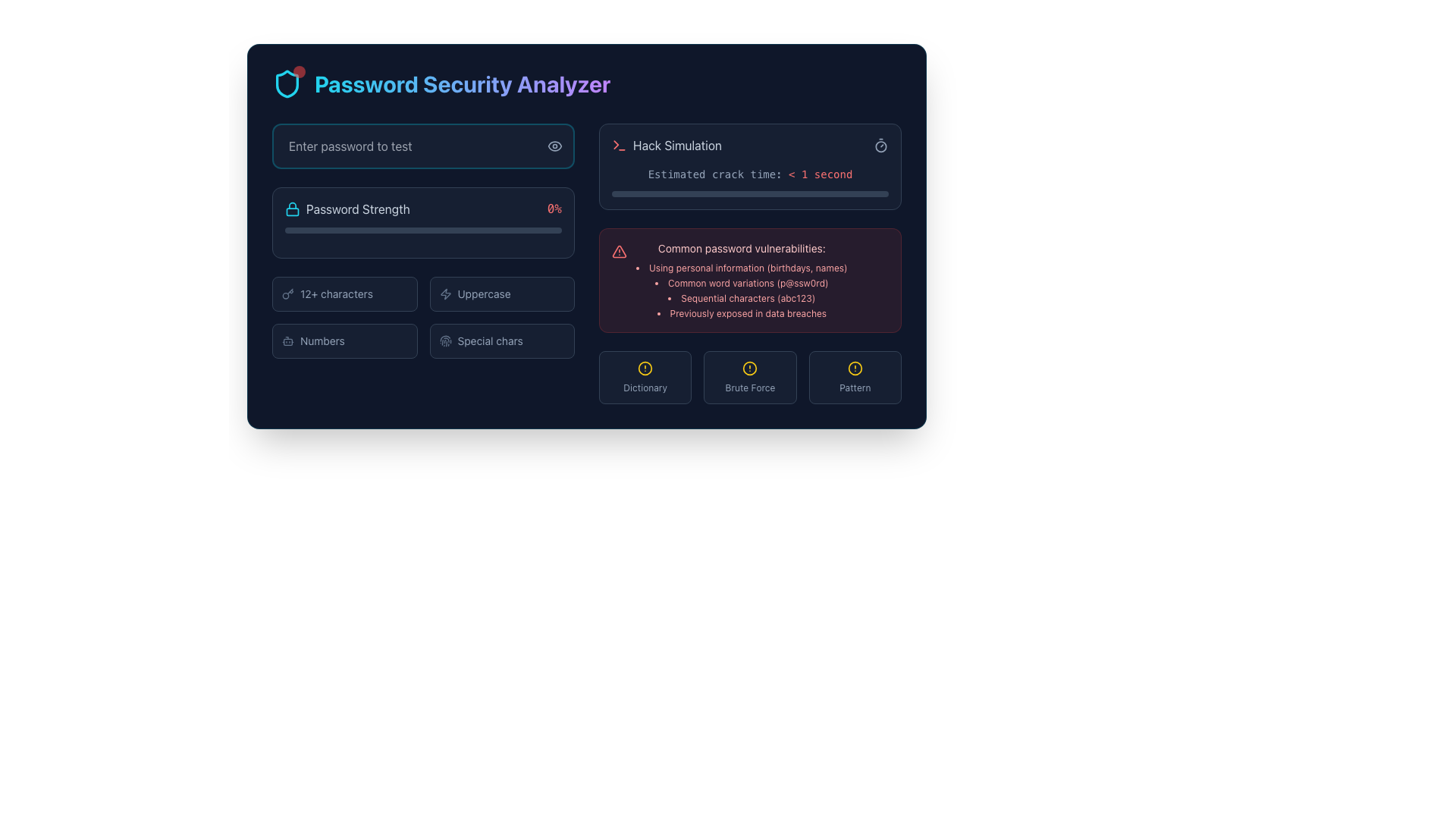 The height and width of the screenshot is (819, 1456). Describe the element at coordinates (855, 388) in the screenshot. I see `the text label displaying 'Pattern' in a small grayish slate font, located at the bottom right of the interface below a red-bordered box and a yellow circular icon` at that location.